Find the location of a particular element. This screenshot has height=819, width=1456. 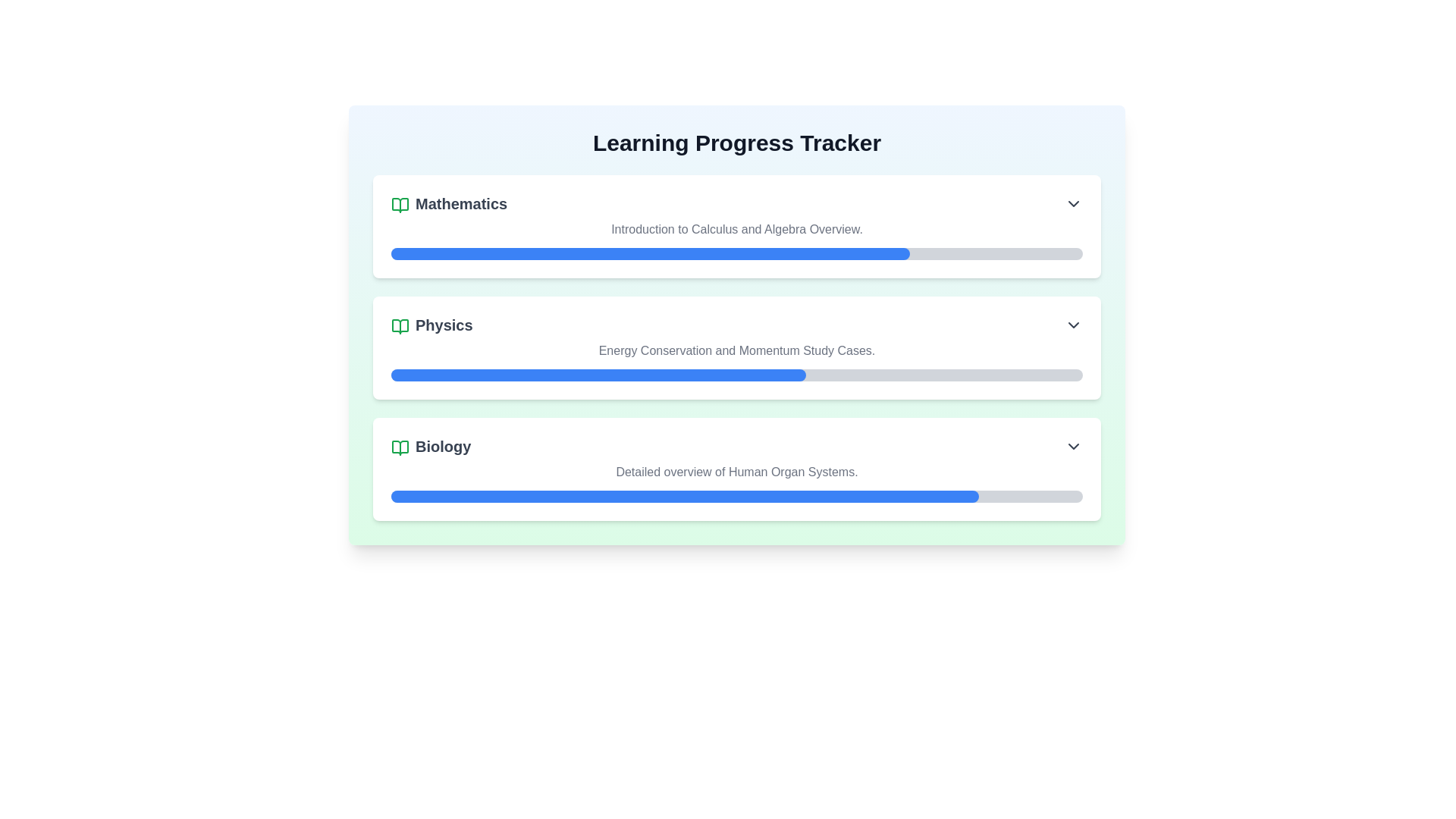

the downward-pointing chevron icon in the header section labeled 'Physics' is located at coordinates (1073, 324).